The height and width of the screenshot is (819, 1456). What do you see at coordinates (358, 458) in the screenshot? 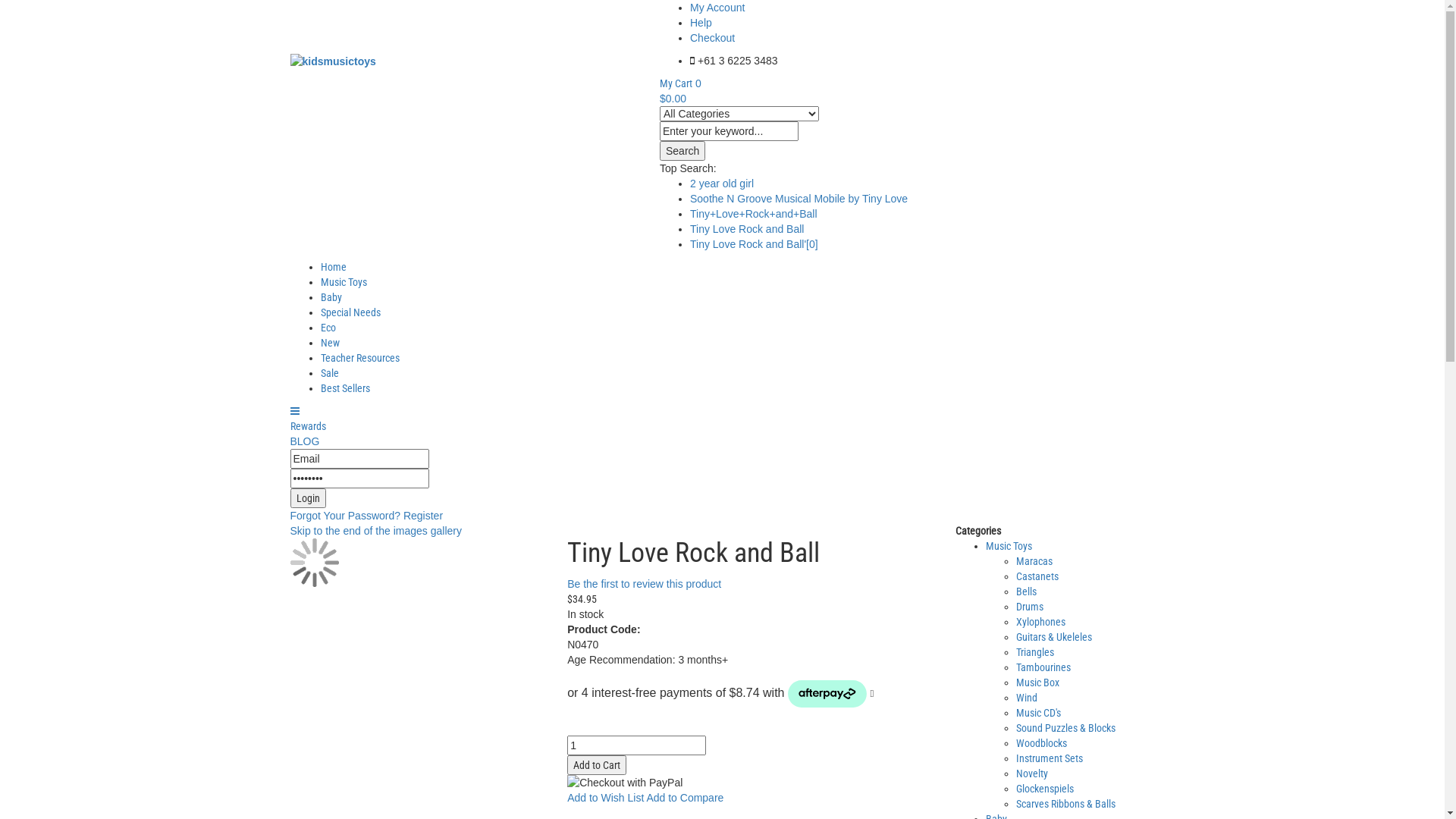
I see `'Email'` at bounding box center [358, 458].